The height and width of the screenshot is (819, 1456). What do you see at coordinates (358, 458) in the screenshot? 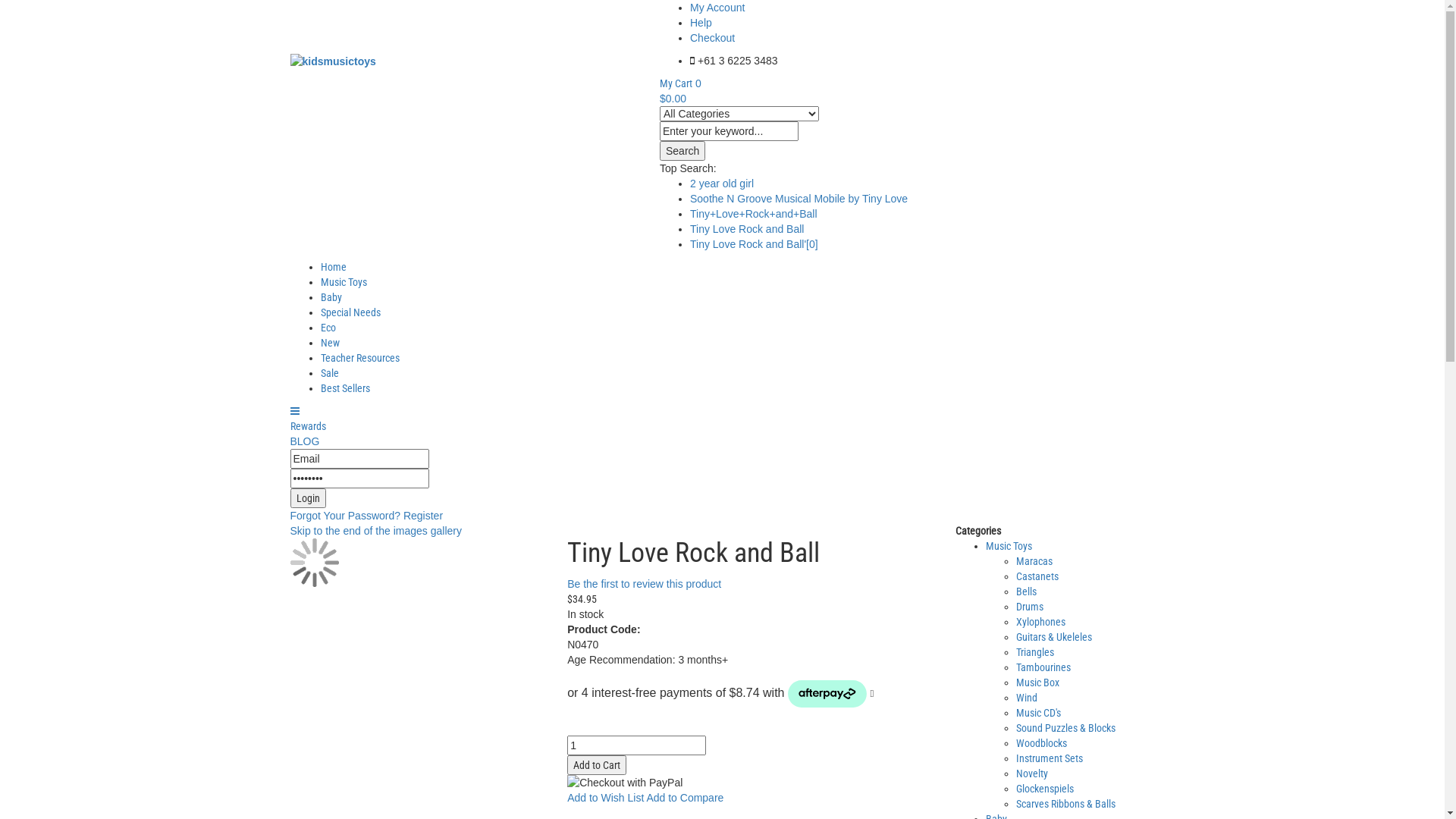
I see `'Email'` at bounding box center [358, 458].